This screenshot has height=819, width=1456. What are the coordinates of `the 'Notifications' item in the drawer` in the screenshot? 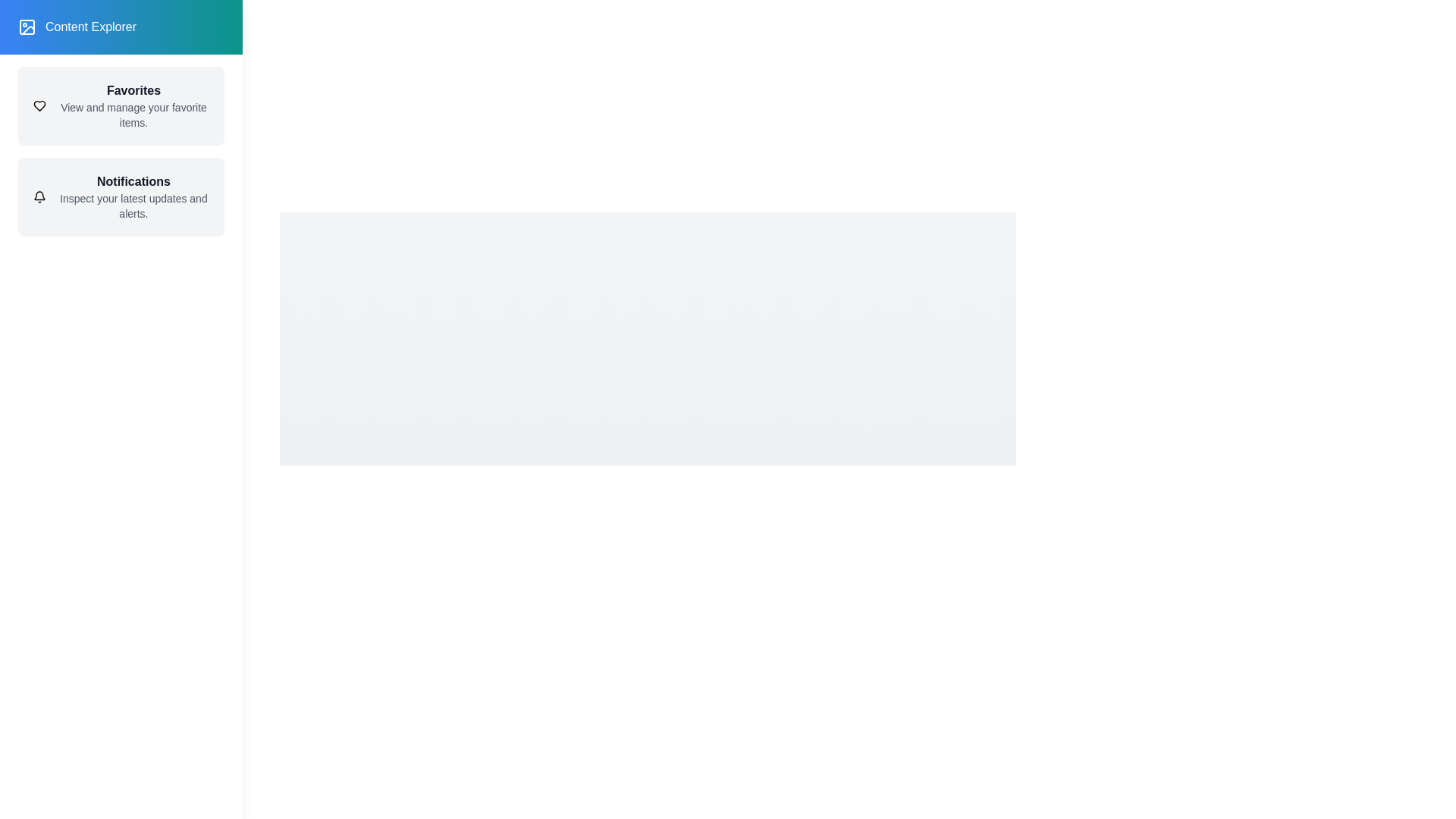 It's located at (120, 196).